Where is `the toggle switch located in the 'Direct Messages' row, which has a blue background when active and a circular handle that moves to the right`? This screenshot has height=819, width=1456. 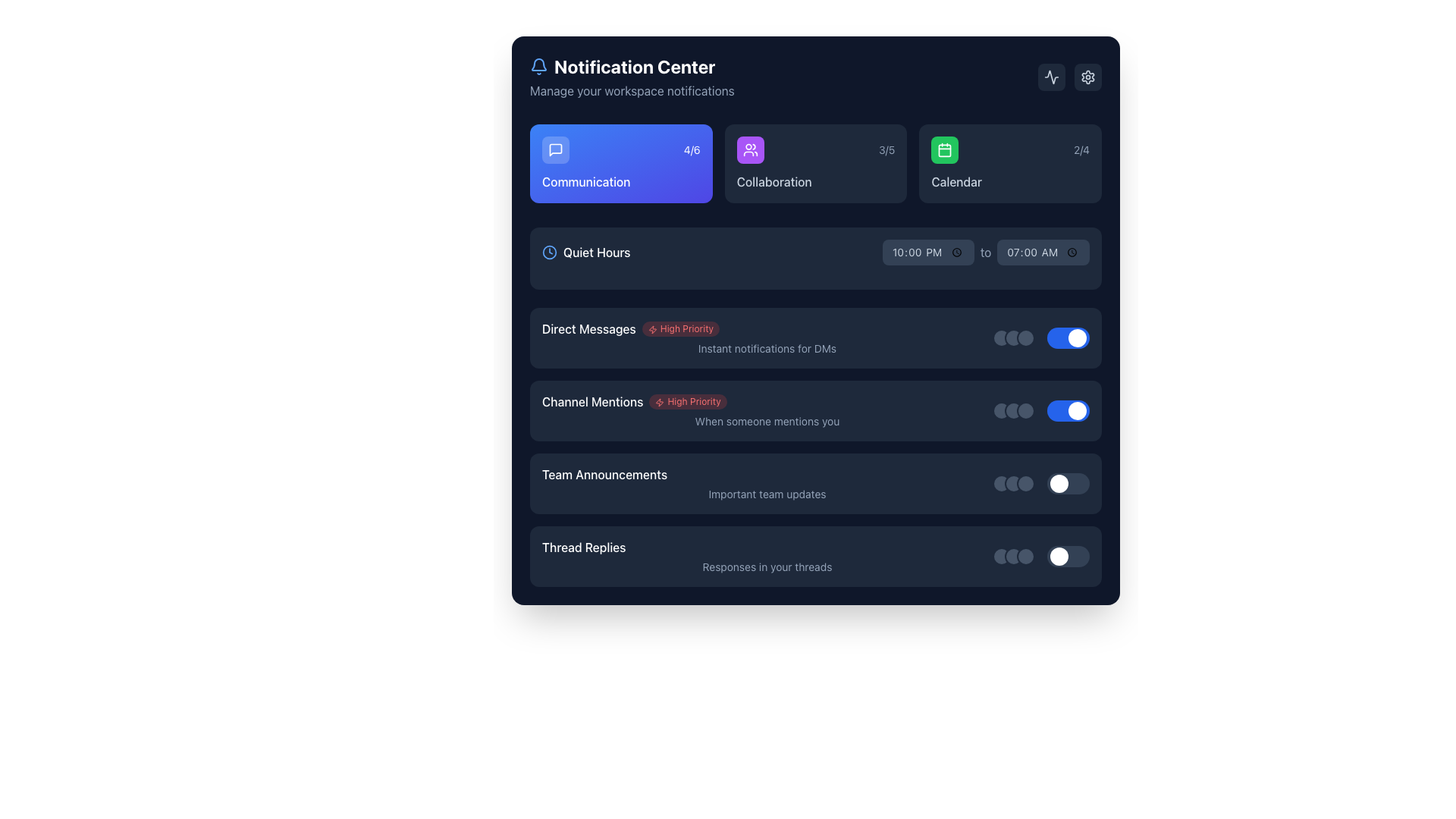
the toggle switch located in the 'Direct Messages' row, which has a blue background when active and a circular handle that moves to the right is located at coordinates (1068, 337).